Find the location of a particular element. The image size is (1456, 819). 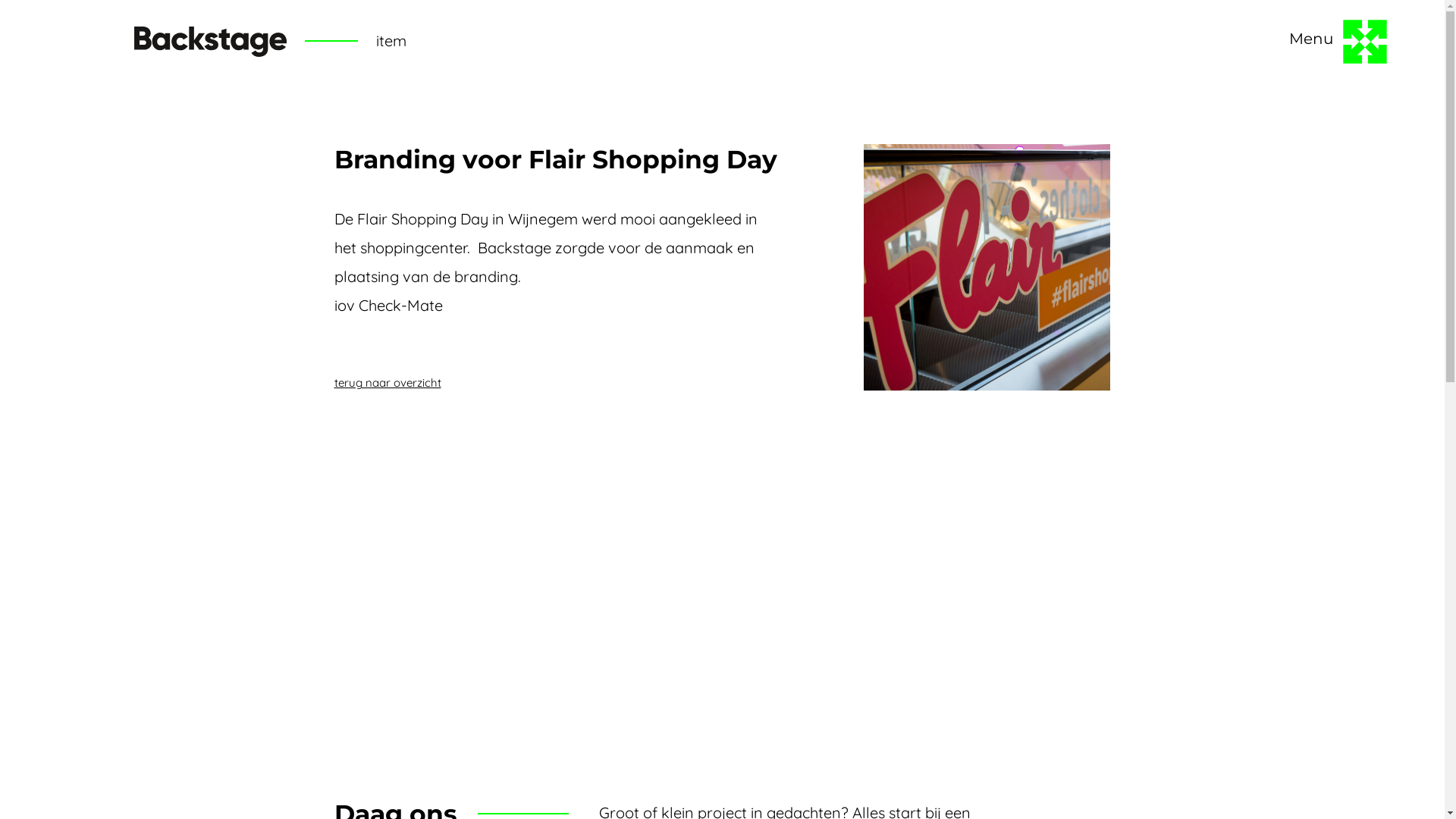

'terug naar overzicht' is located at coordinates (333, 381).